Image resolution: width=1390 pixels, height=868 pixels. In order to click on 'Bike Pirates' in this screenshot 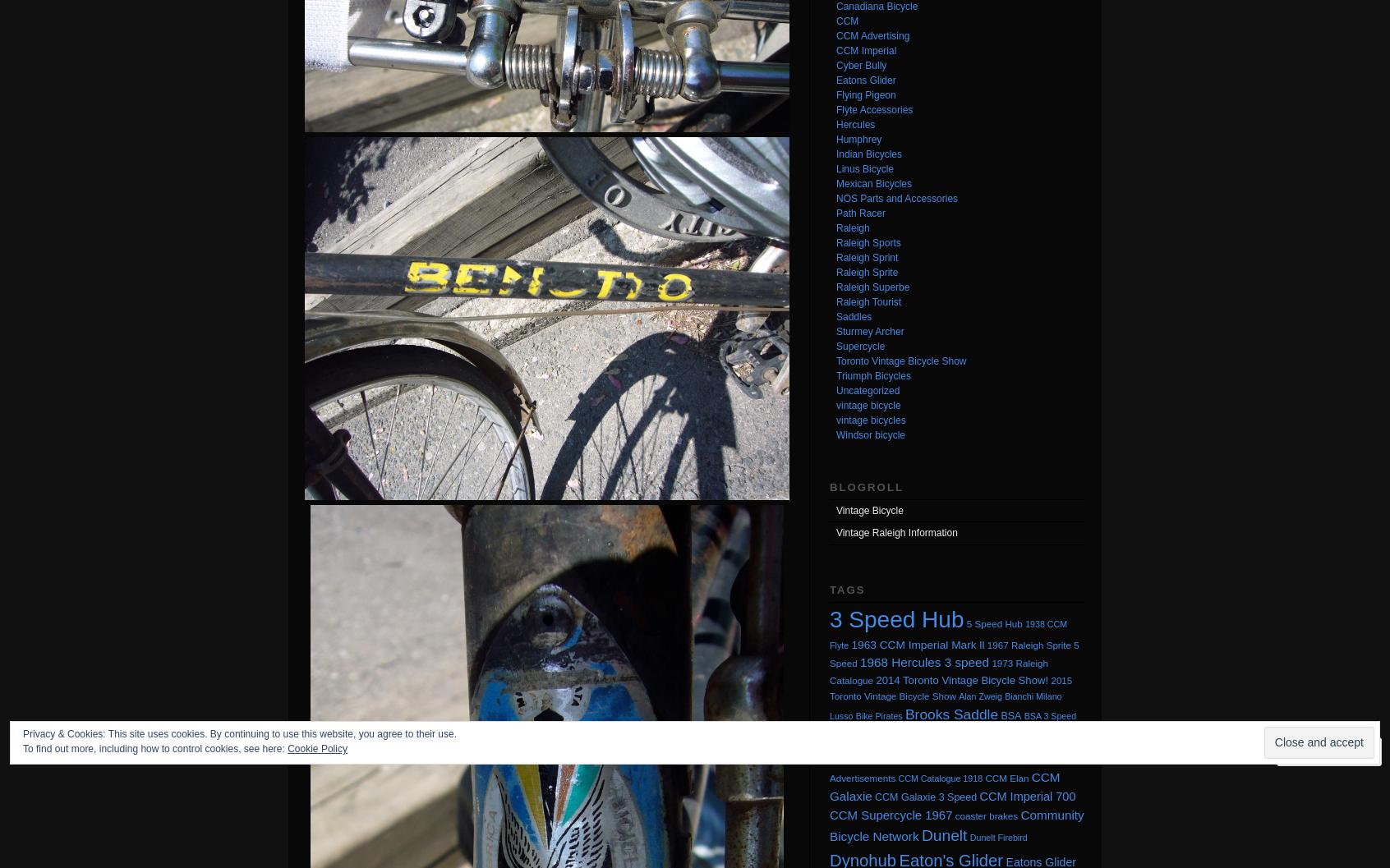, I will do `click(878, 714)`.